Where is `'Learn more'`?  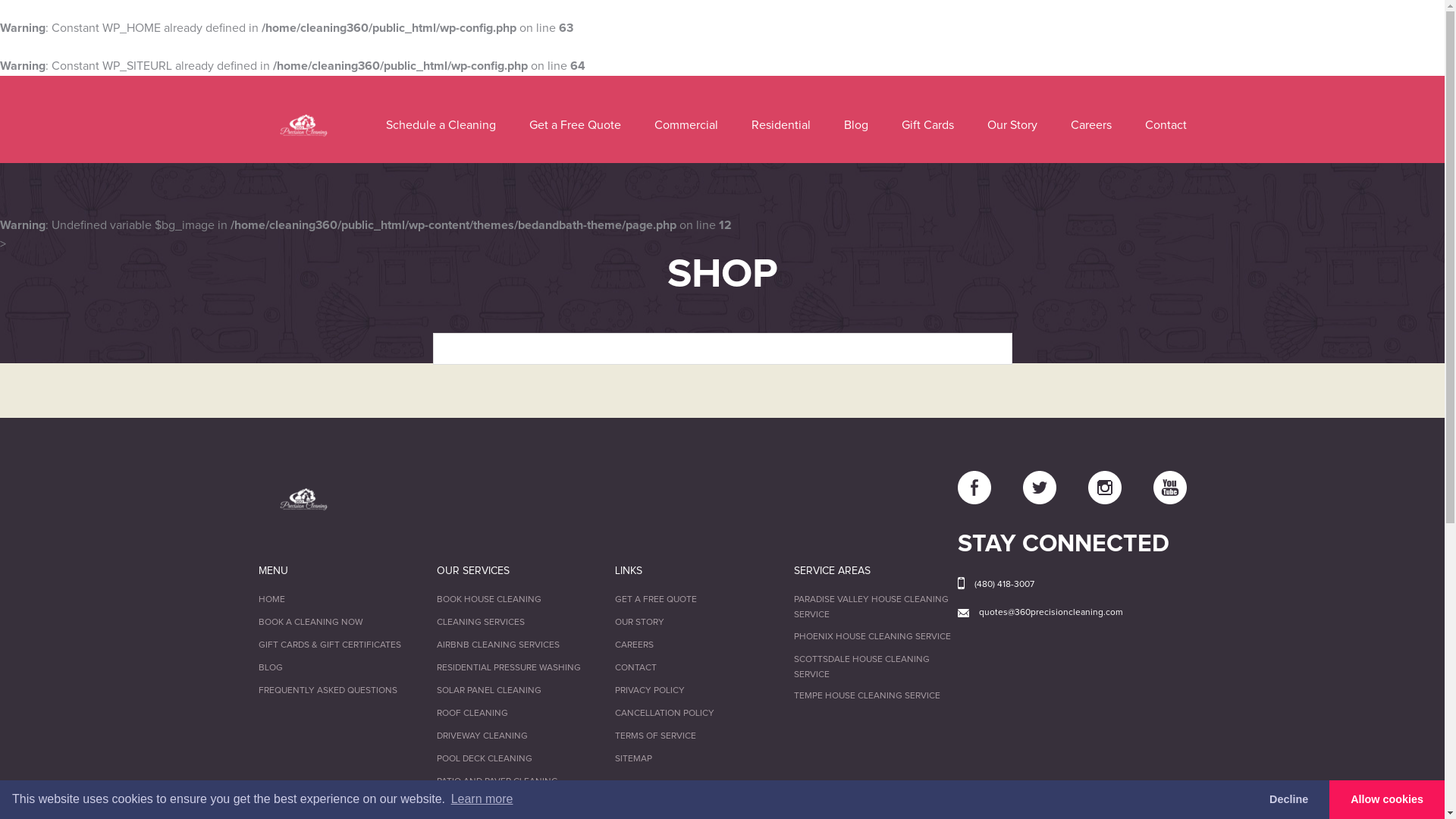 'Learn more' is located at coordinates (480, 798).